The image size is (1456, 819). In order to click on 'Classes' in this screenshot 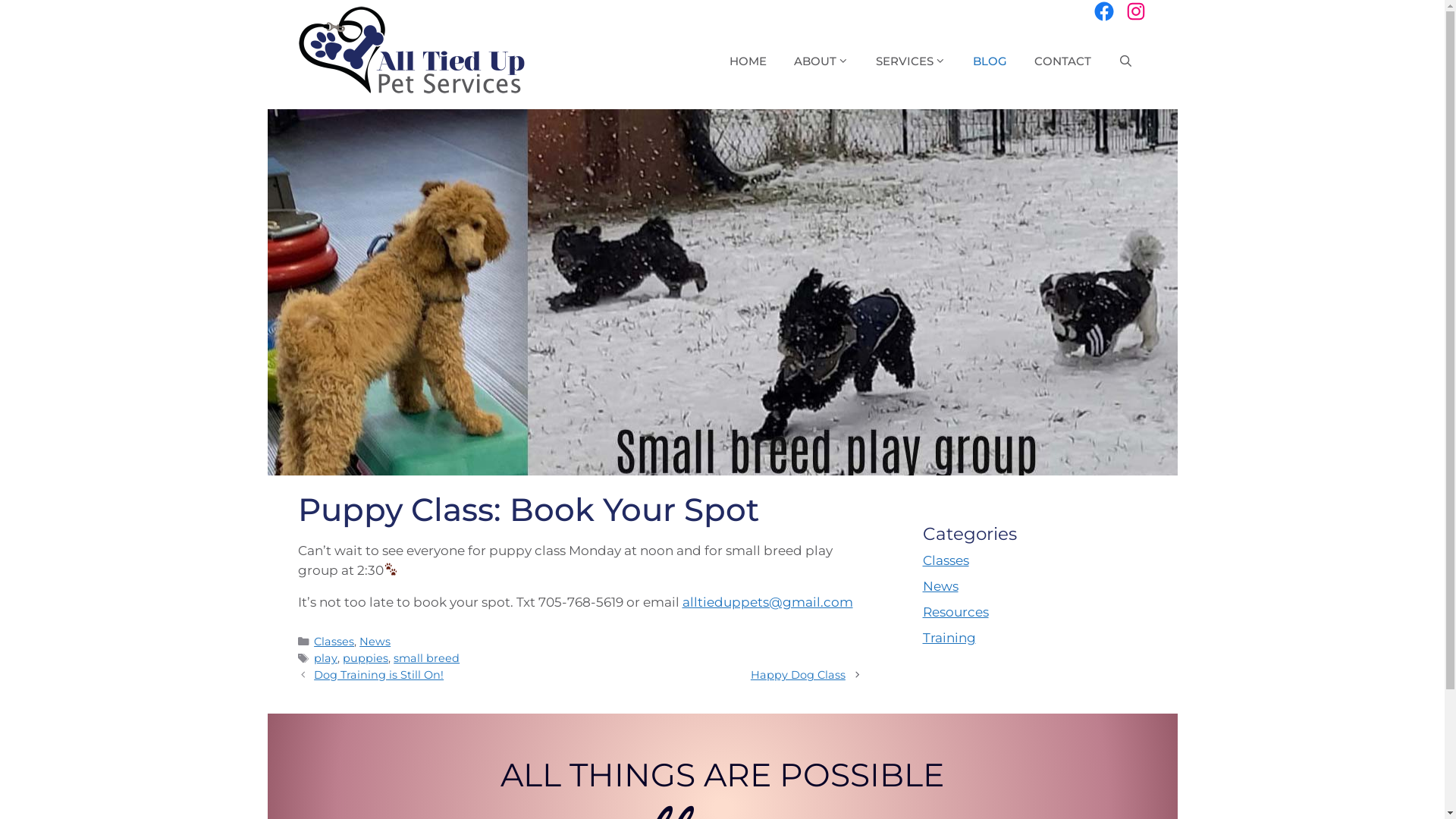, I will do `click(333, 641)`.